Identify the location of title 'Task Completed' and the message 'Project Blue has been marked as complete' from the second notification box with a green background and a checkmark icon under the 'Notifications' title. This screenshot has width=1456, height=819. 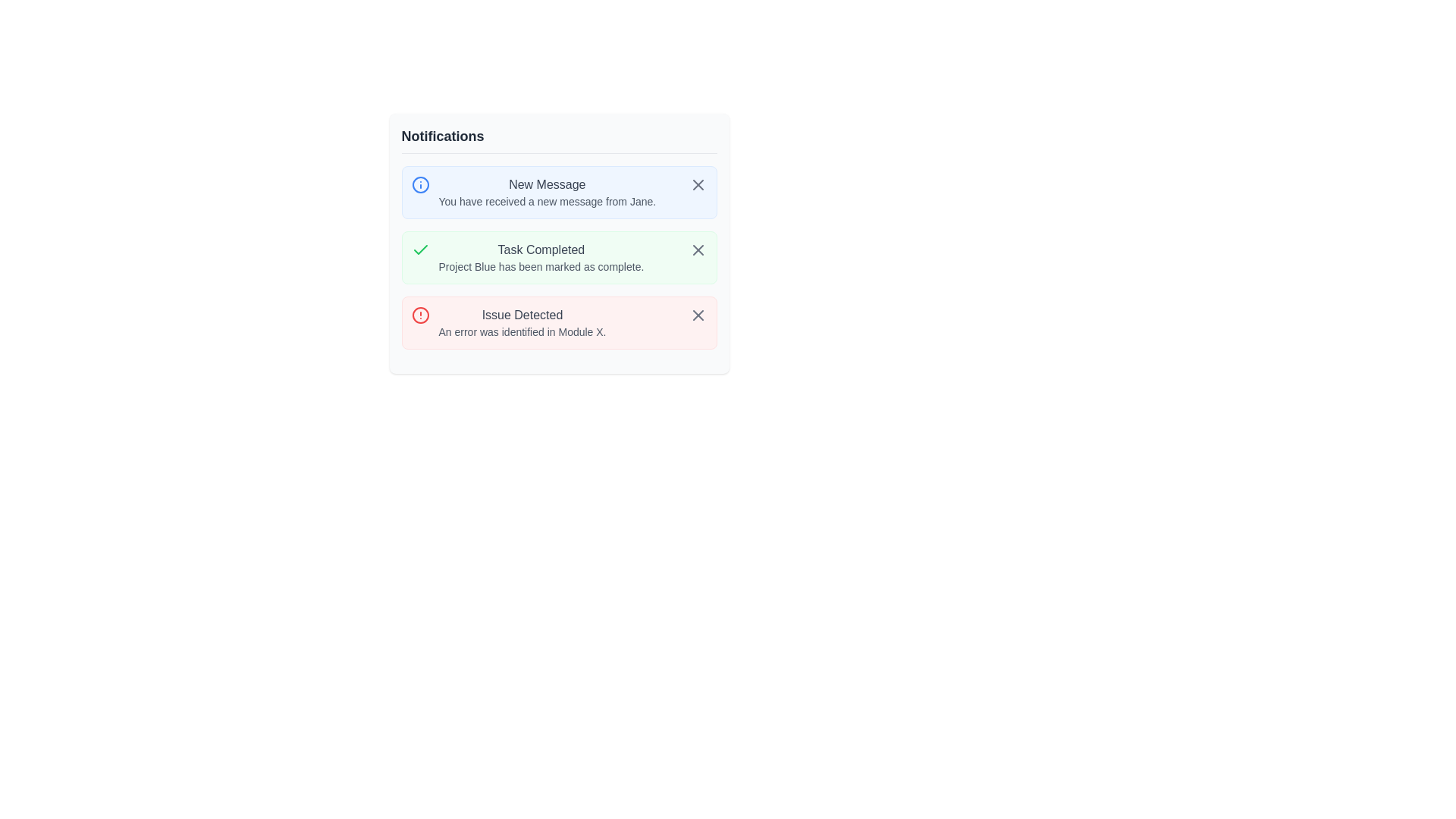
(558, 256).